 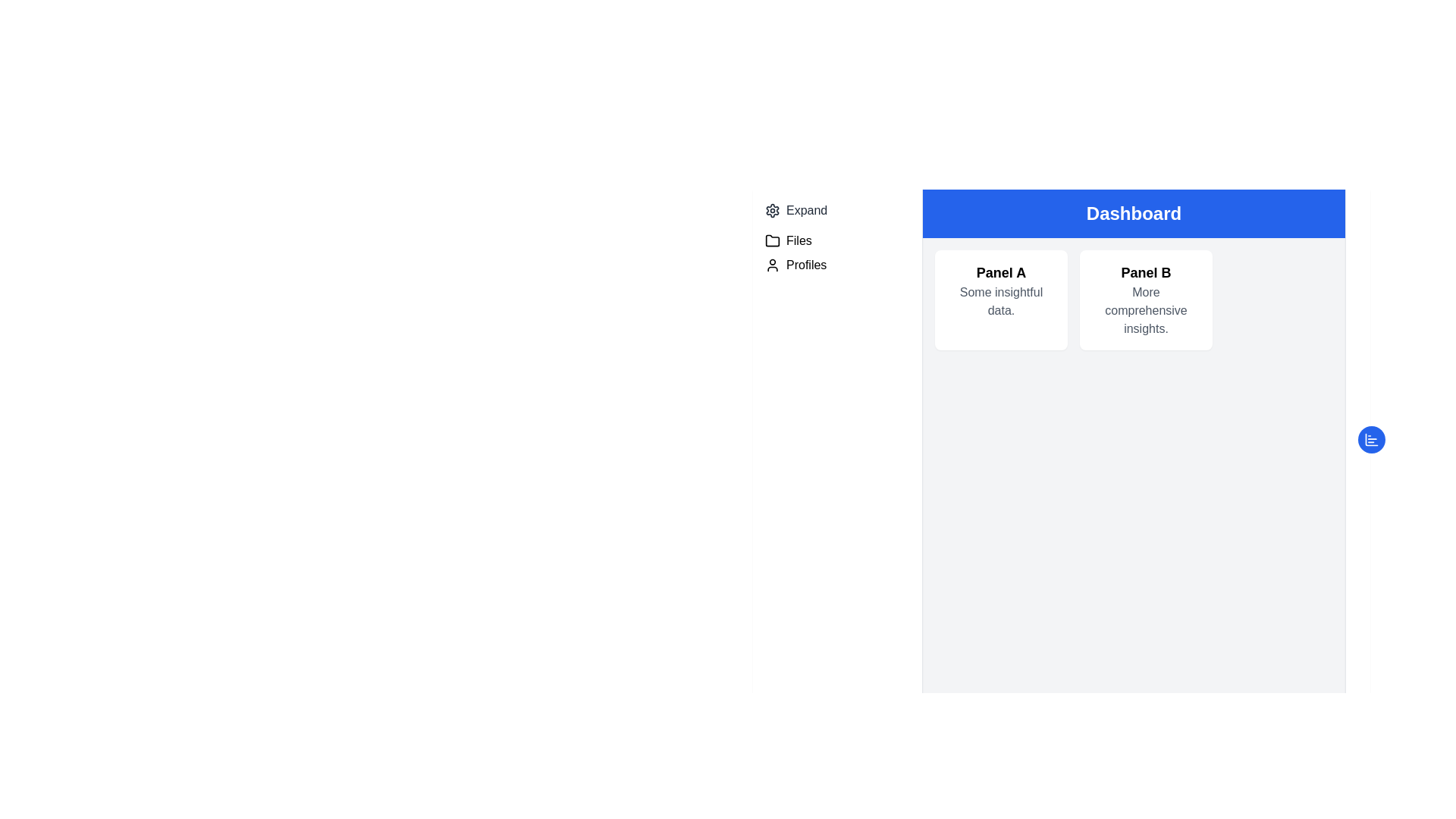 I want to click on the 'Files' text label located to the right of the folder icon in the vertical navigation menu, so click(x=798, y=240).